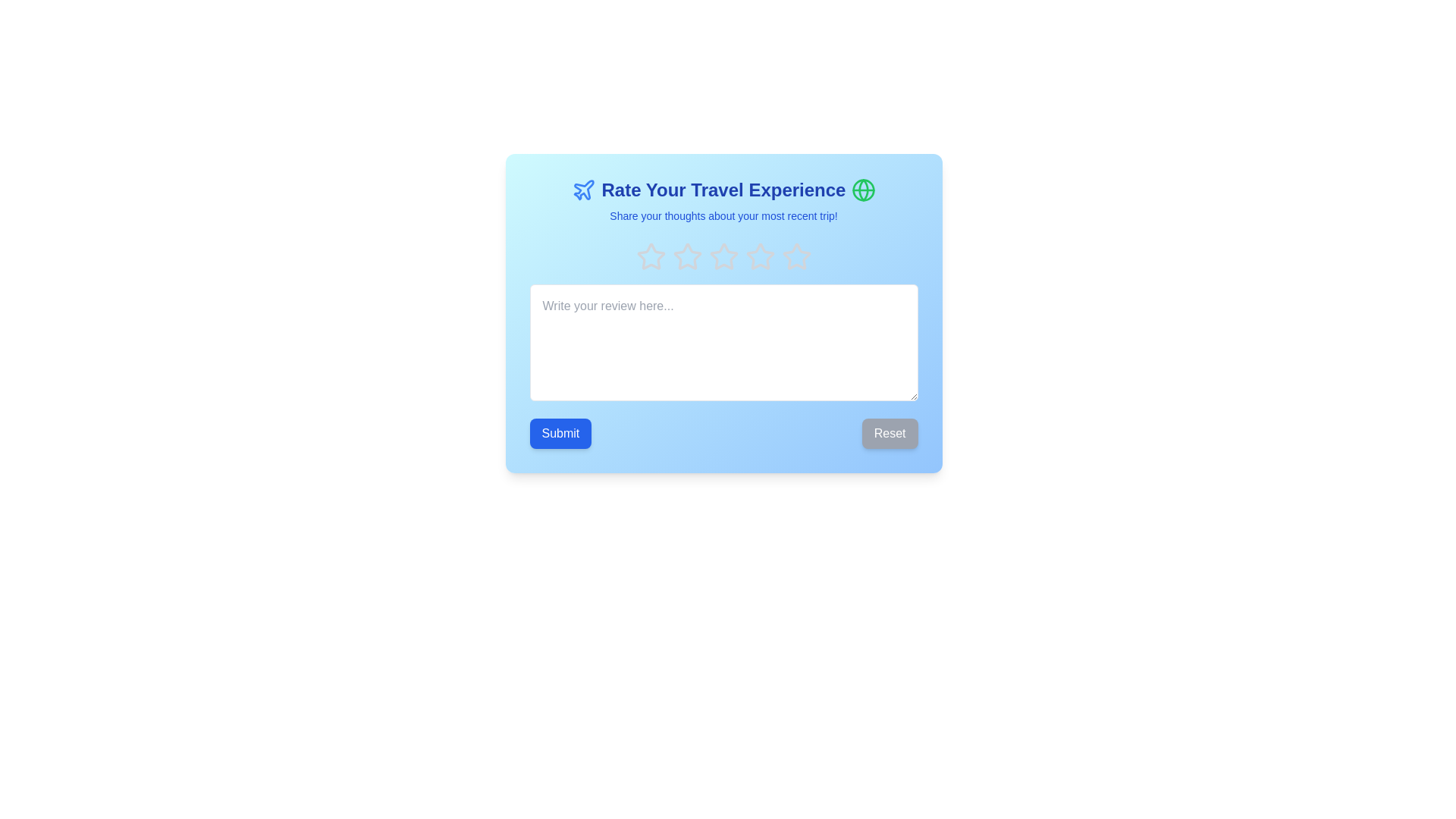 The image size is (1456, 819). I want to click on the text block element titled 'Rate Your Travel Experience' which features a blue plane icon on the left and a green globe icon on the right, along with the subtitle 'Share your thoughts about your most recent trip!', so click(723, 200).